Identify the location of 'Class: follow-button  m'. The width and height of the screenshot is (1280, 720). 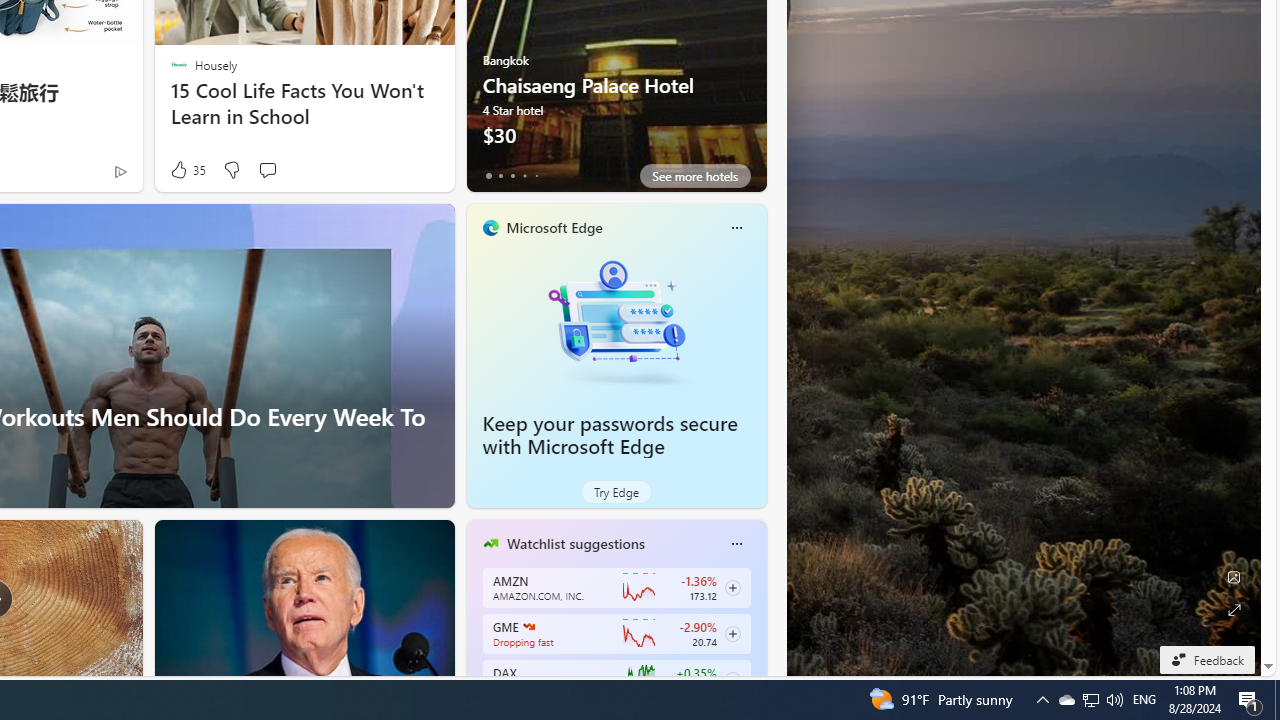
(731, 679).